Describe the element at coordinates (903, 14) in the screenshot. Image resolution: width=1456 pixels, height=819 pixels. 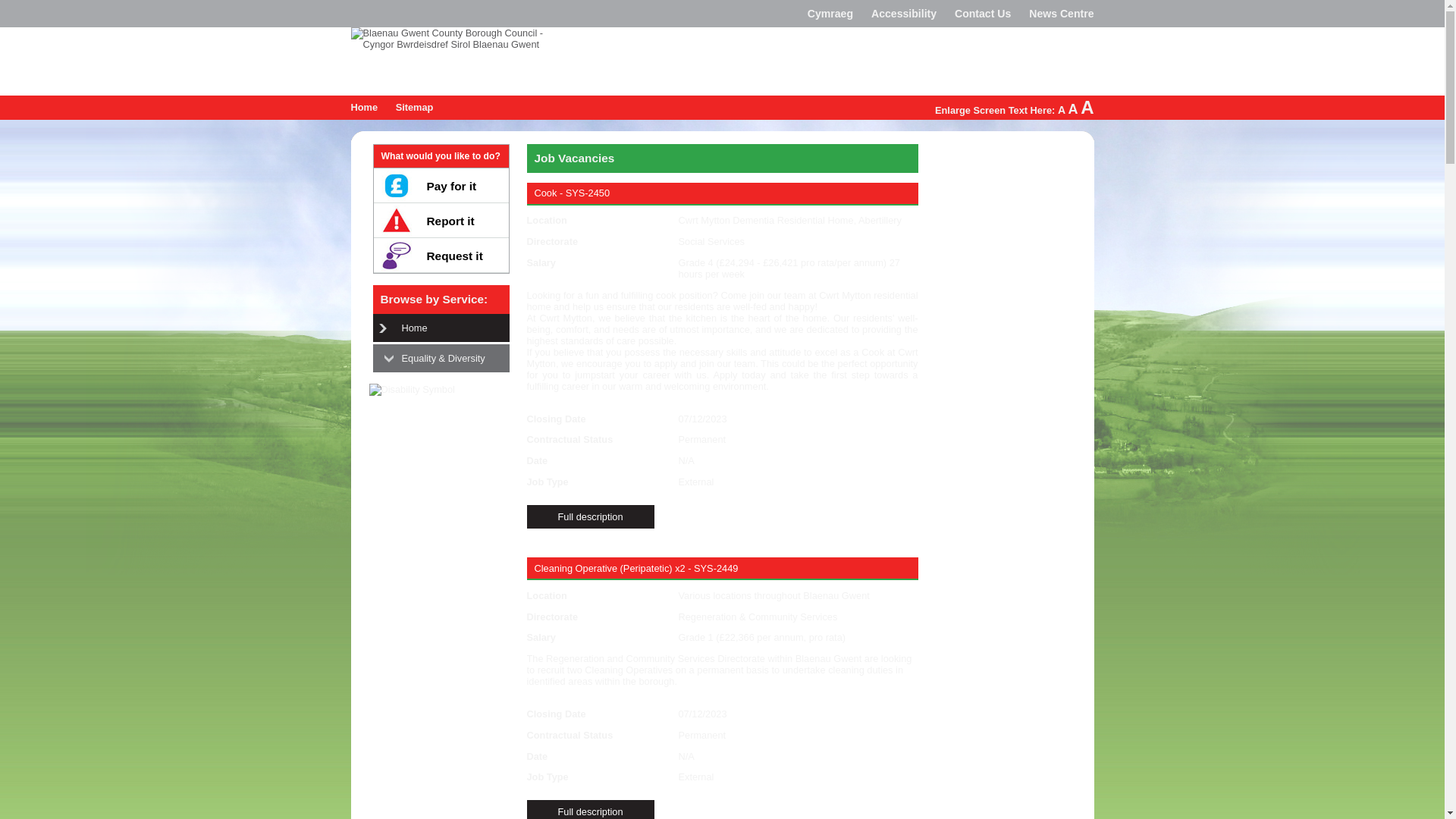
I see `'Accessibility'` at that location.